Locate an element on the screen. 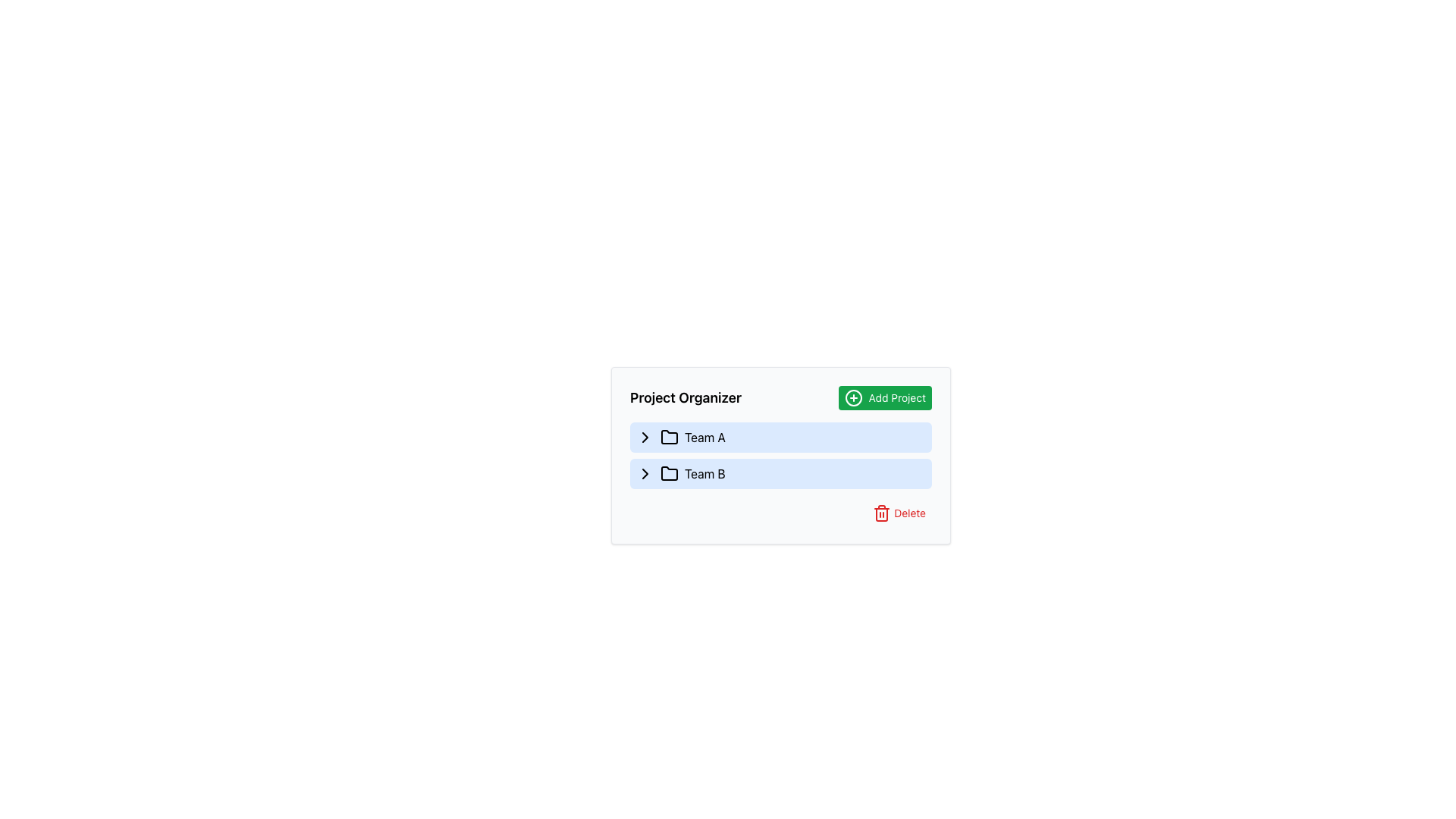 This screenshot has height=819, width=1456. the icon within the 'Add Project' button to trigger hover effects is located at coordinates (853, 397).